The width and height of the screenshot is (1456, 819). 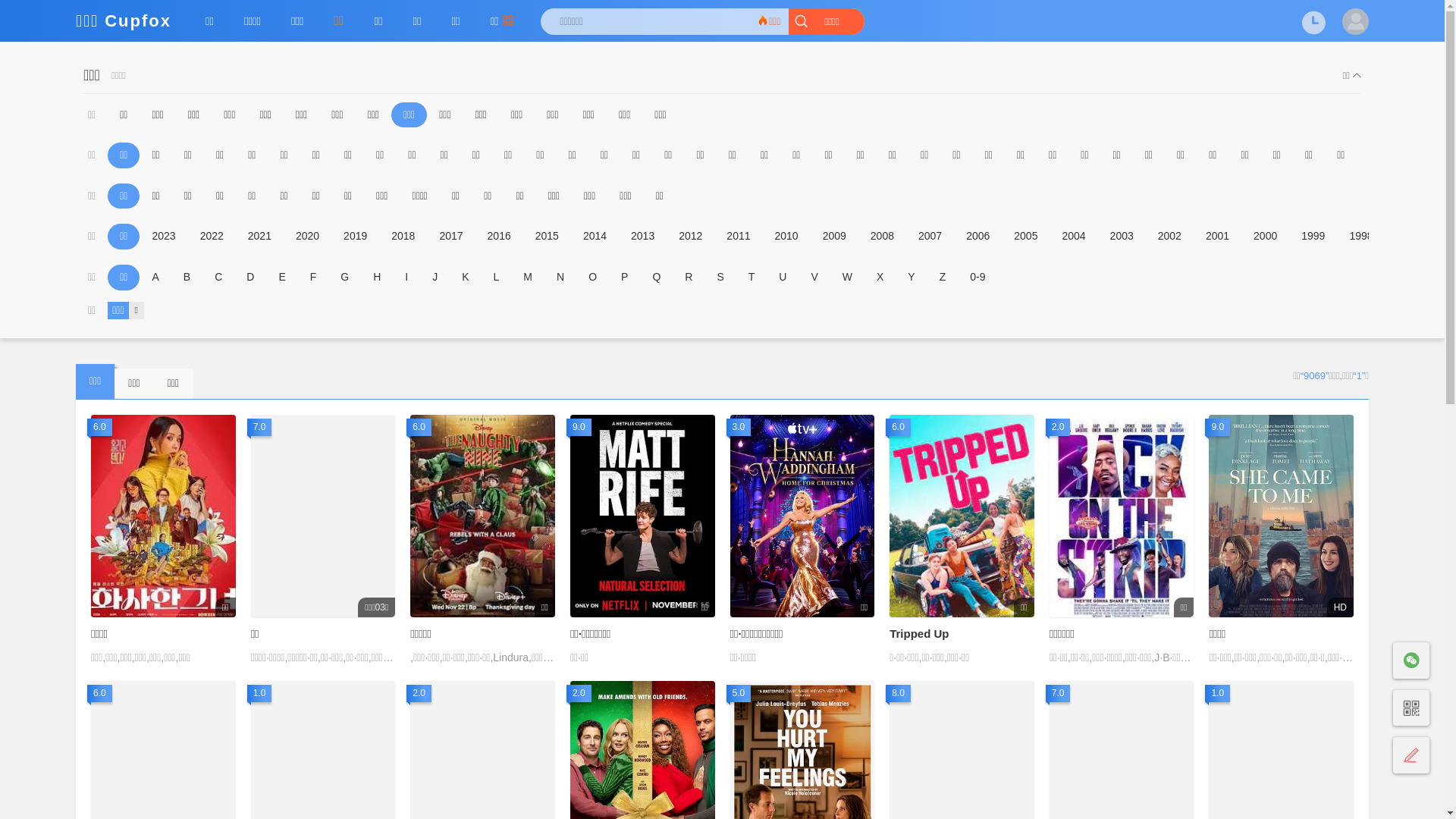 I want to click on 'B', so click(x=186, y=278).